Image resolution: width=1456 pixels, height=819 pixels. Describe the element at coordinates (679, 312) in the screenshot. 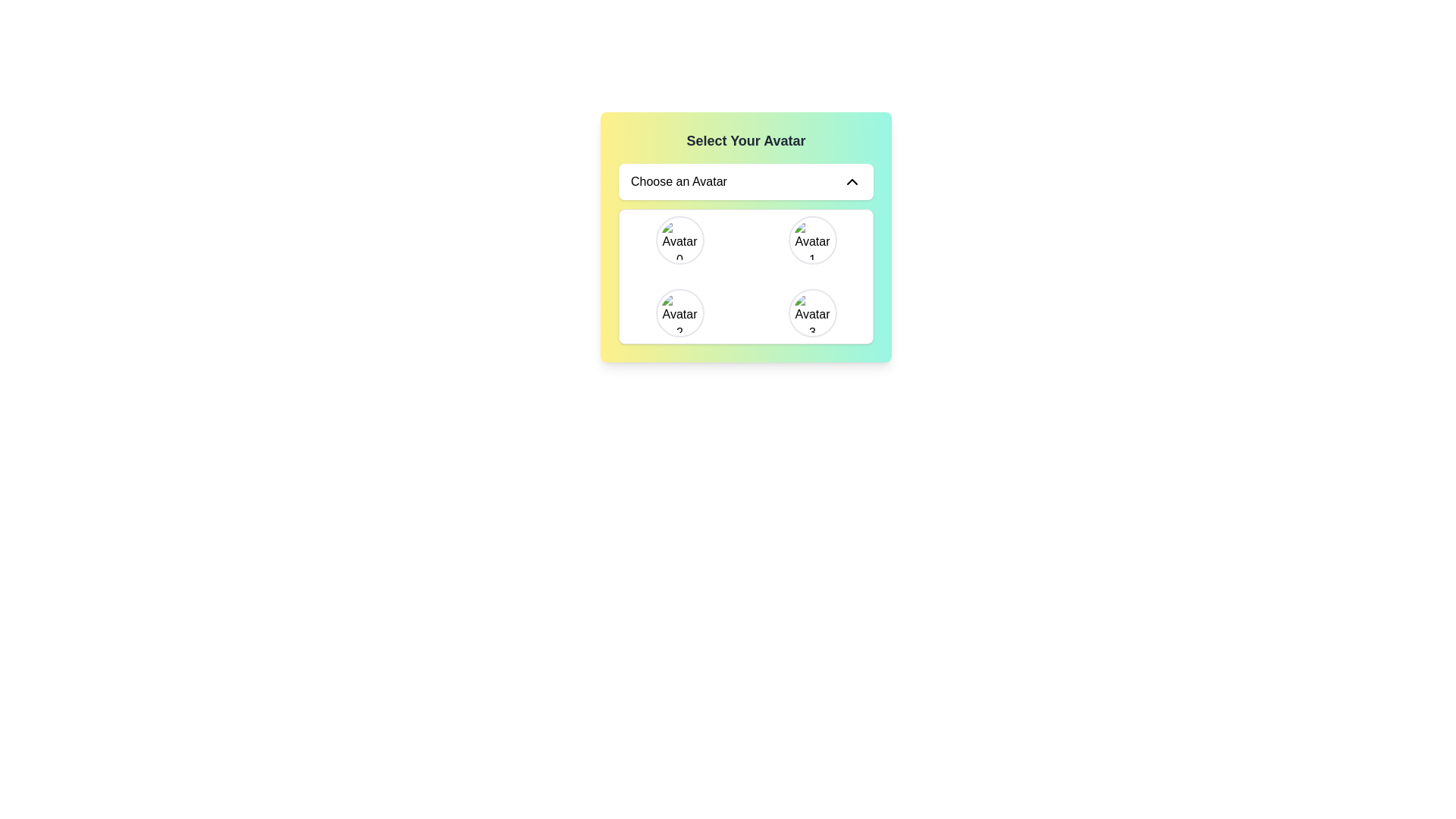

I see `the circular image displaying 'Avatar 2' located in the bottom-left position of the grid` at that location.